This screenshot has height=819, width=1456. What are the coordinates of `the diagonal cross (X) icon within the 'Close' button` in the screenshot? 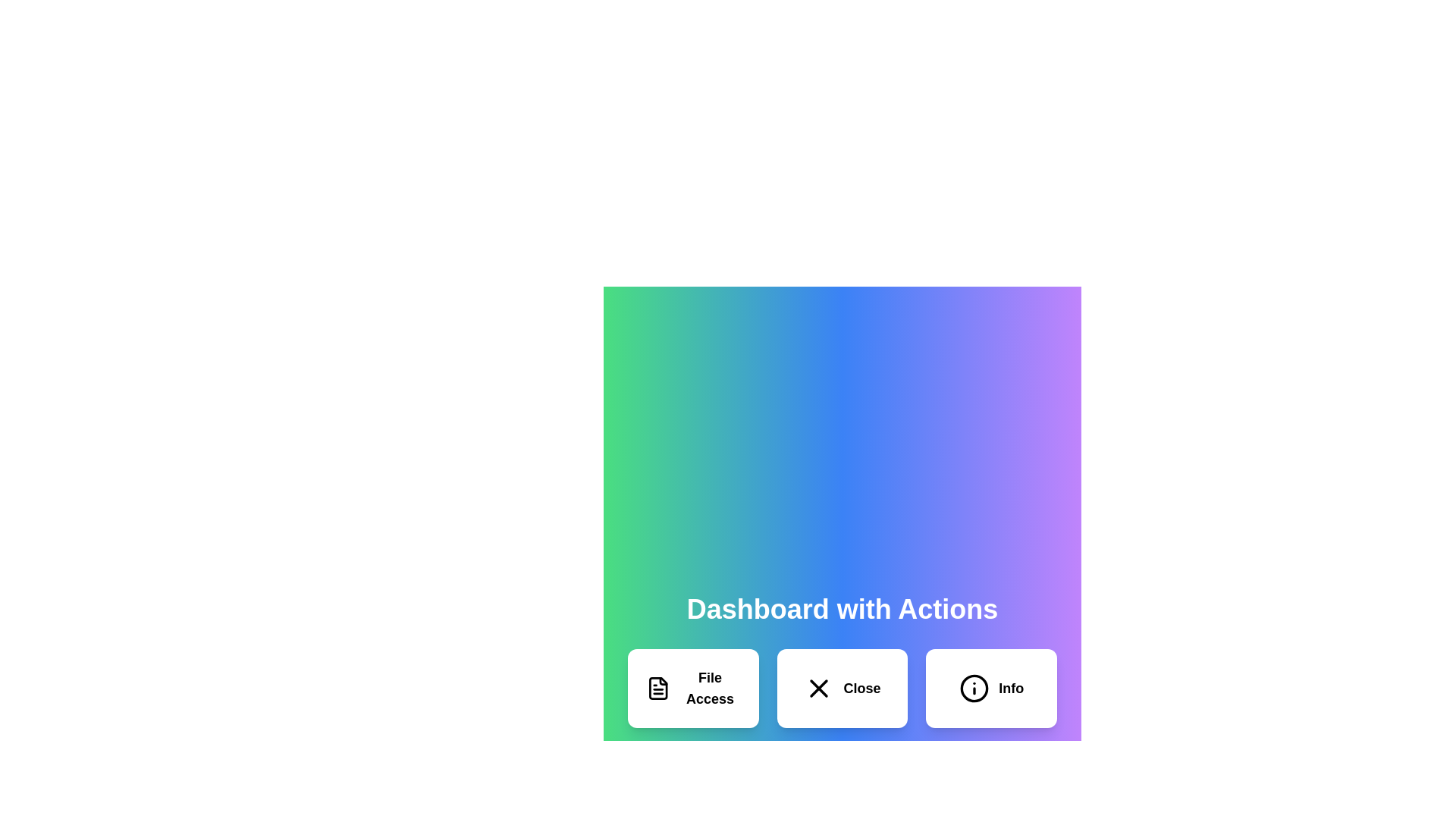 It's located at (818, 688).